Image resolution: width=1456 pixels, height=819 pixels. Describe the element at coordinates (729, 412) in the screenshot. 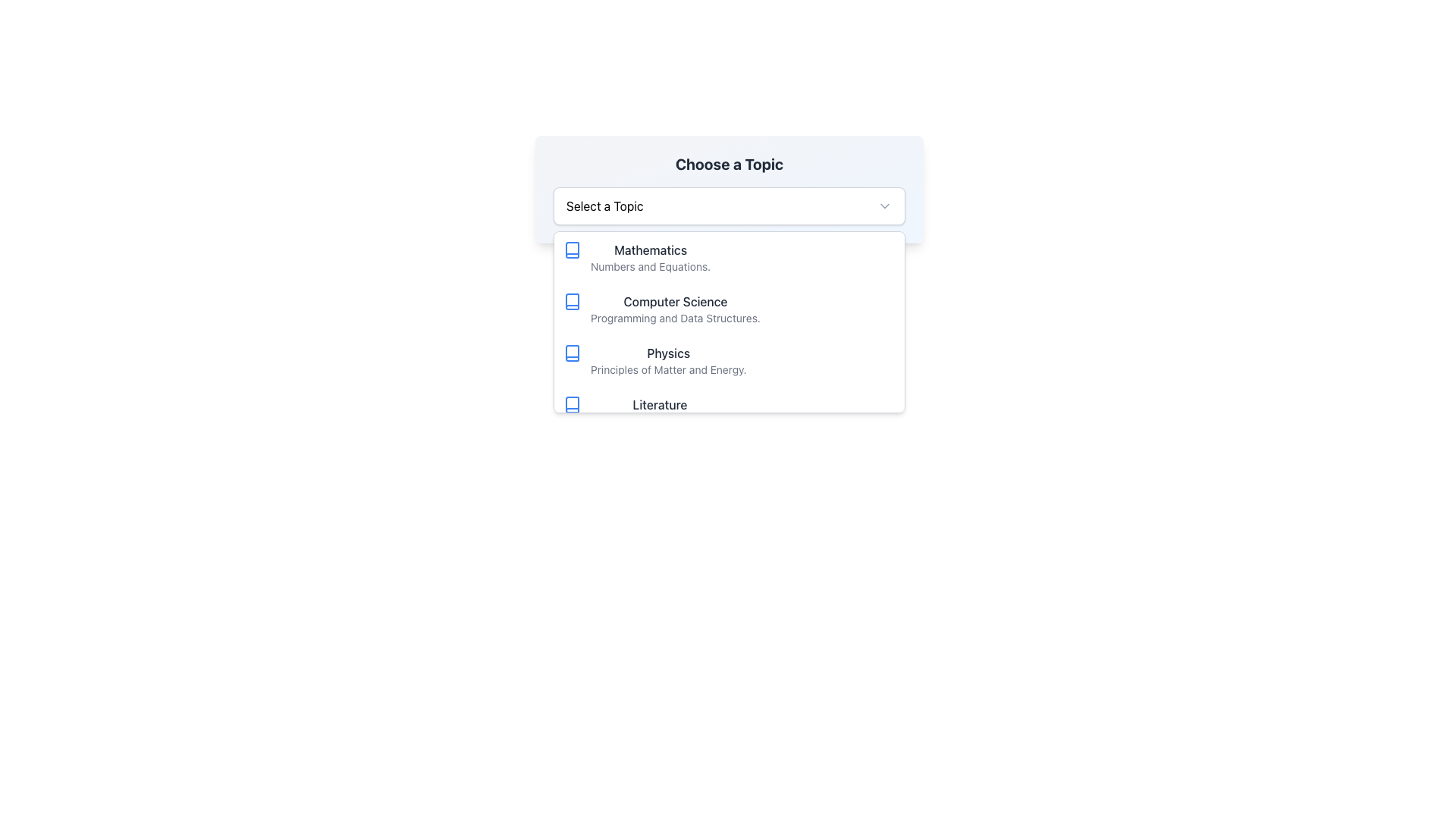

I see `the 'Literature' option in the dropdown menu titled 'Choose a Topic'` at that location.